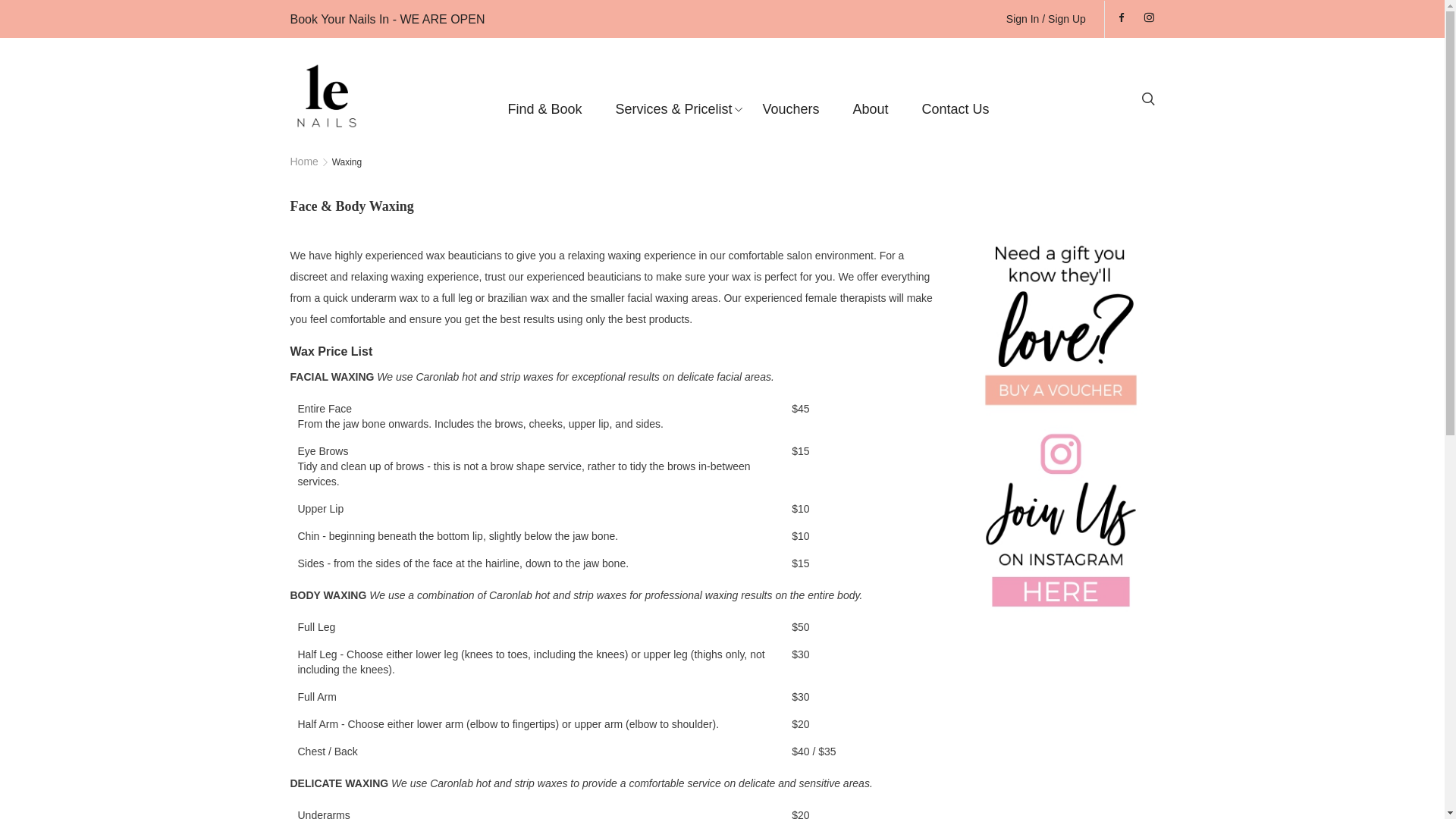 This screenshot has height=819, width=1456. What do you see at coordinates (545, 108) in the screenshot?
I see `'Find & Book'` at bounding box center [545, 108].